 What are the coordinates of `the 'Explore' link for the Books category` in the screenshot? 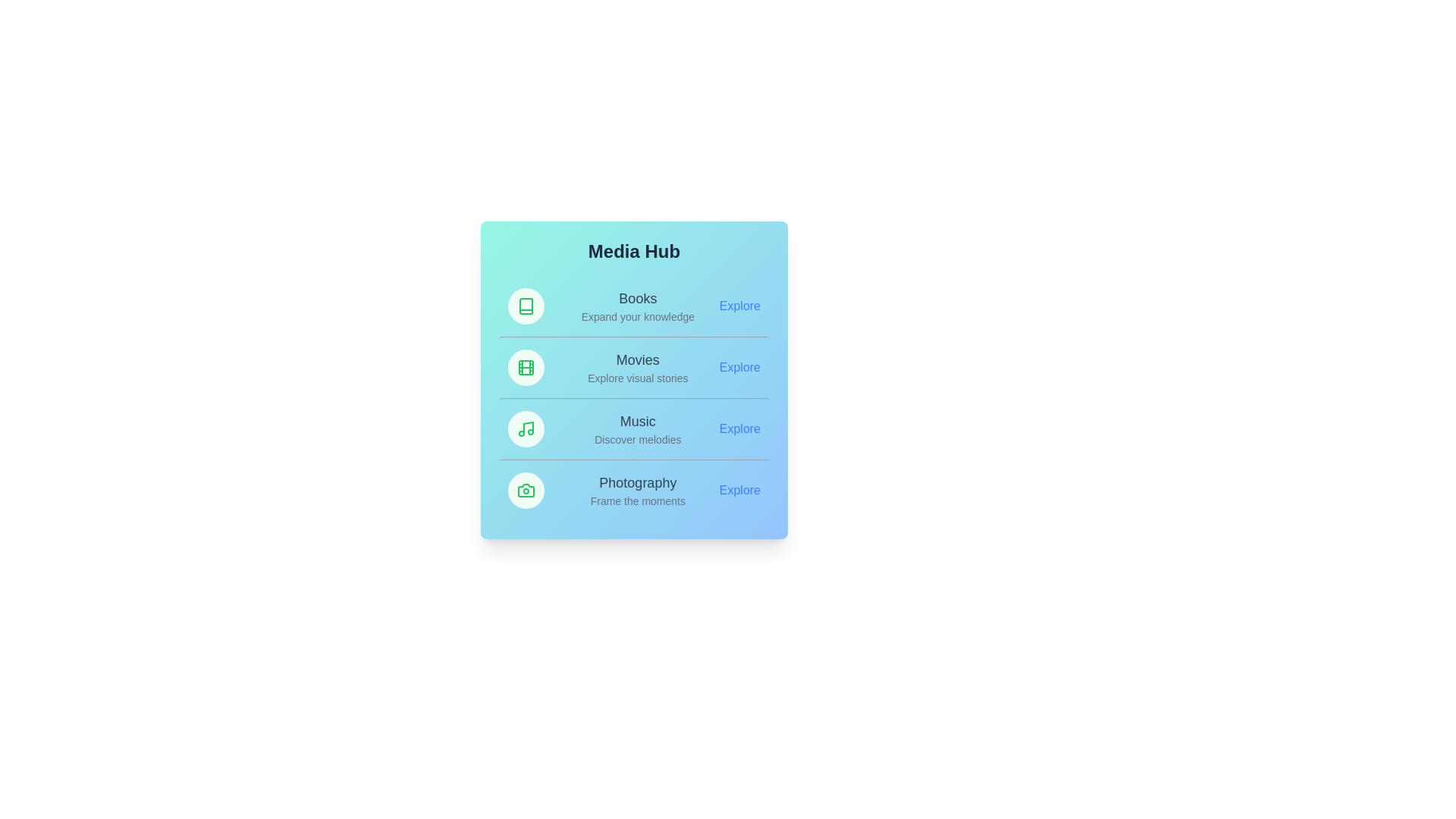 It's located at (739, 306).